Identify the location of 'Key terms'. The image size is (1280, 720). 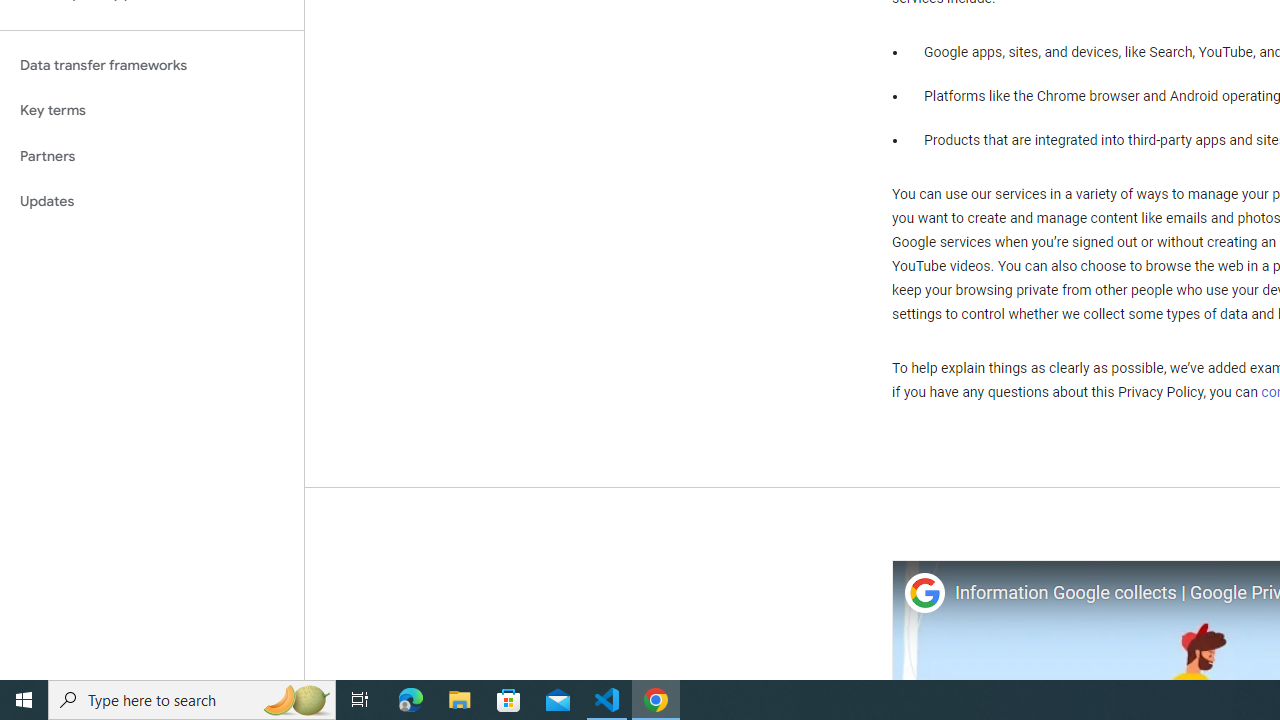
(151, 110).